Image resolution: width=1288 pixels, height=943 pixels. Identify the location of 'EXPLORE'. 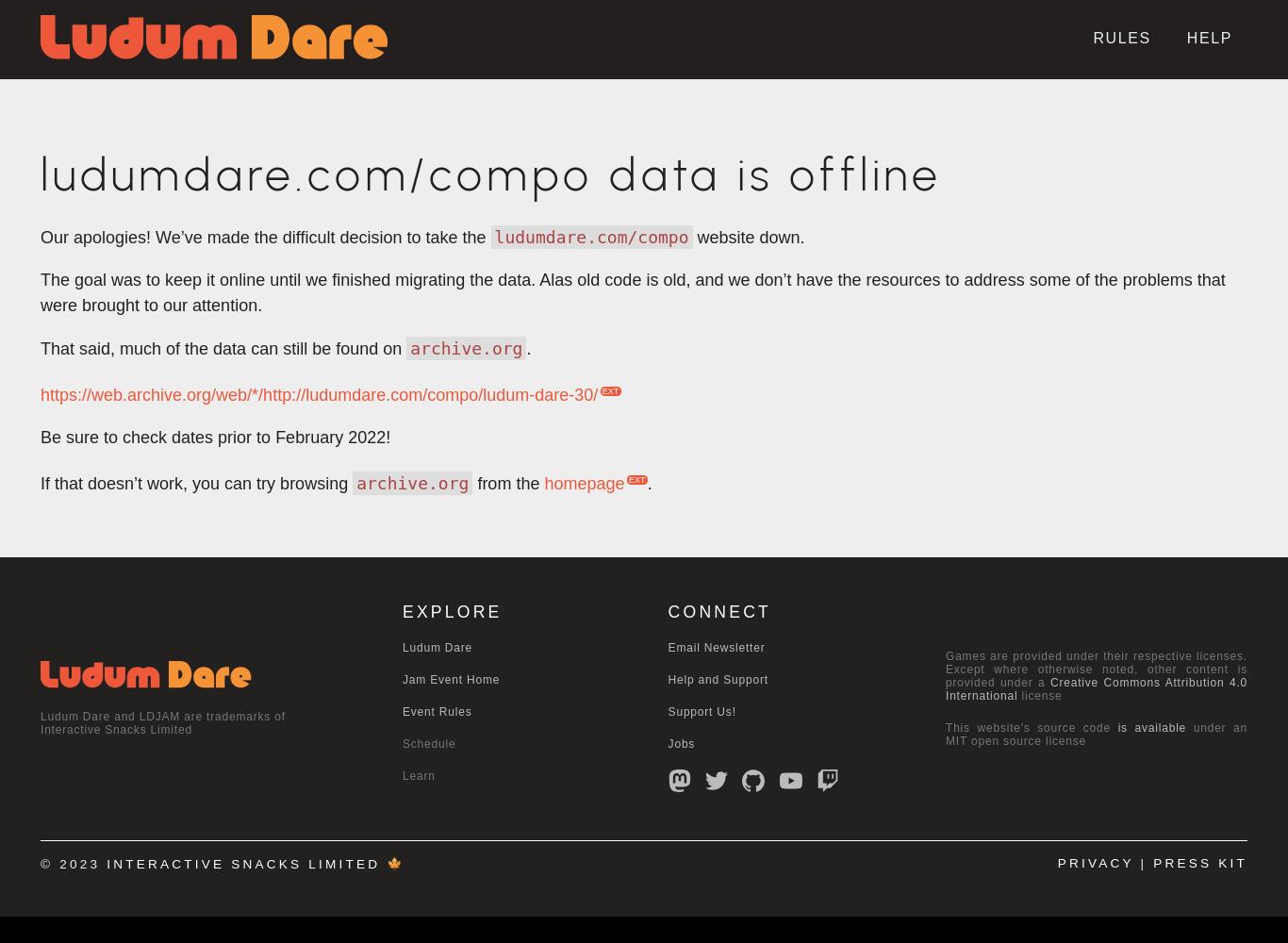
(452, 612).